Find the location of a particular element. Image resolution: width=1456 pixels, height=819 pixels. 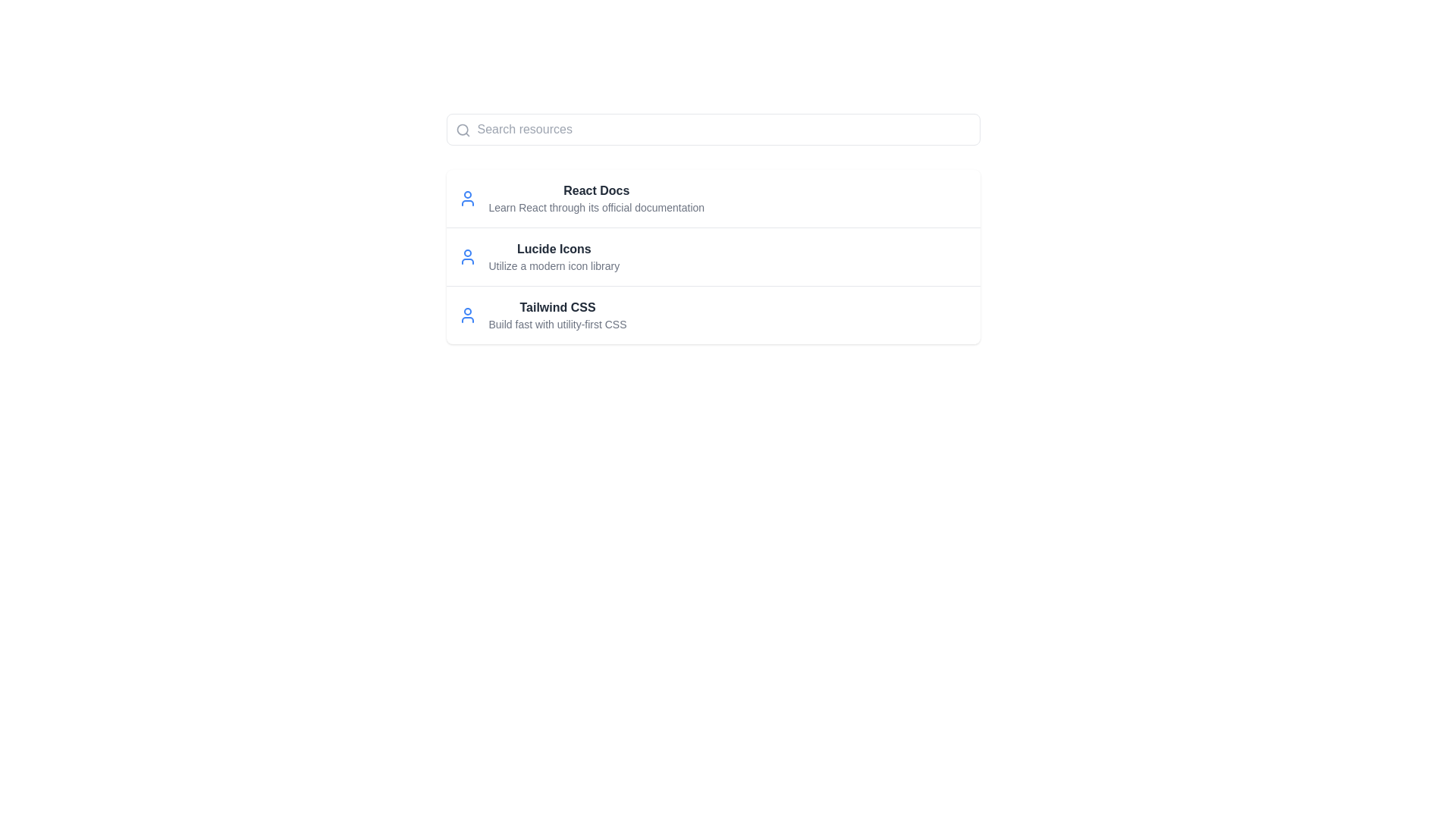

descriptive text located directly under the 'React Docs' title, which provides information about the linked resource related to React documentation is located at coordinates (595, 207).